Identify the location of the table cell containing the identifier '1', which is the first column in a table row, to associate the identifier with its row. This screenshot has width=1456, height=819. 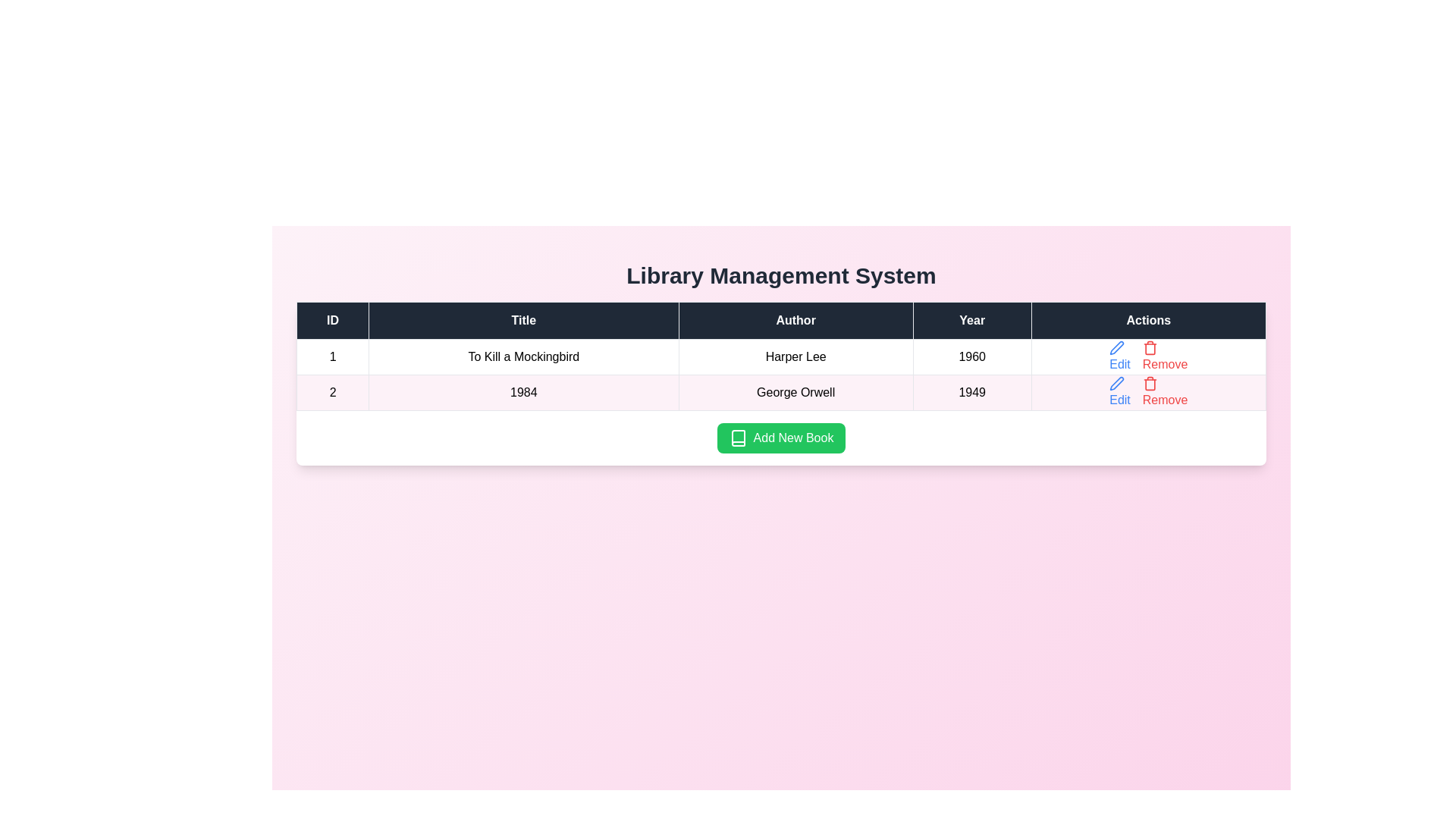
(332, 356).